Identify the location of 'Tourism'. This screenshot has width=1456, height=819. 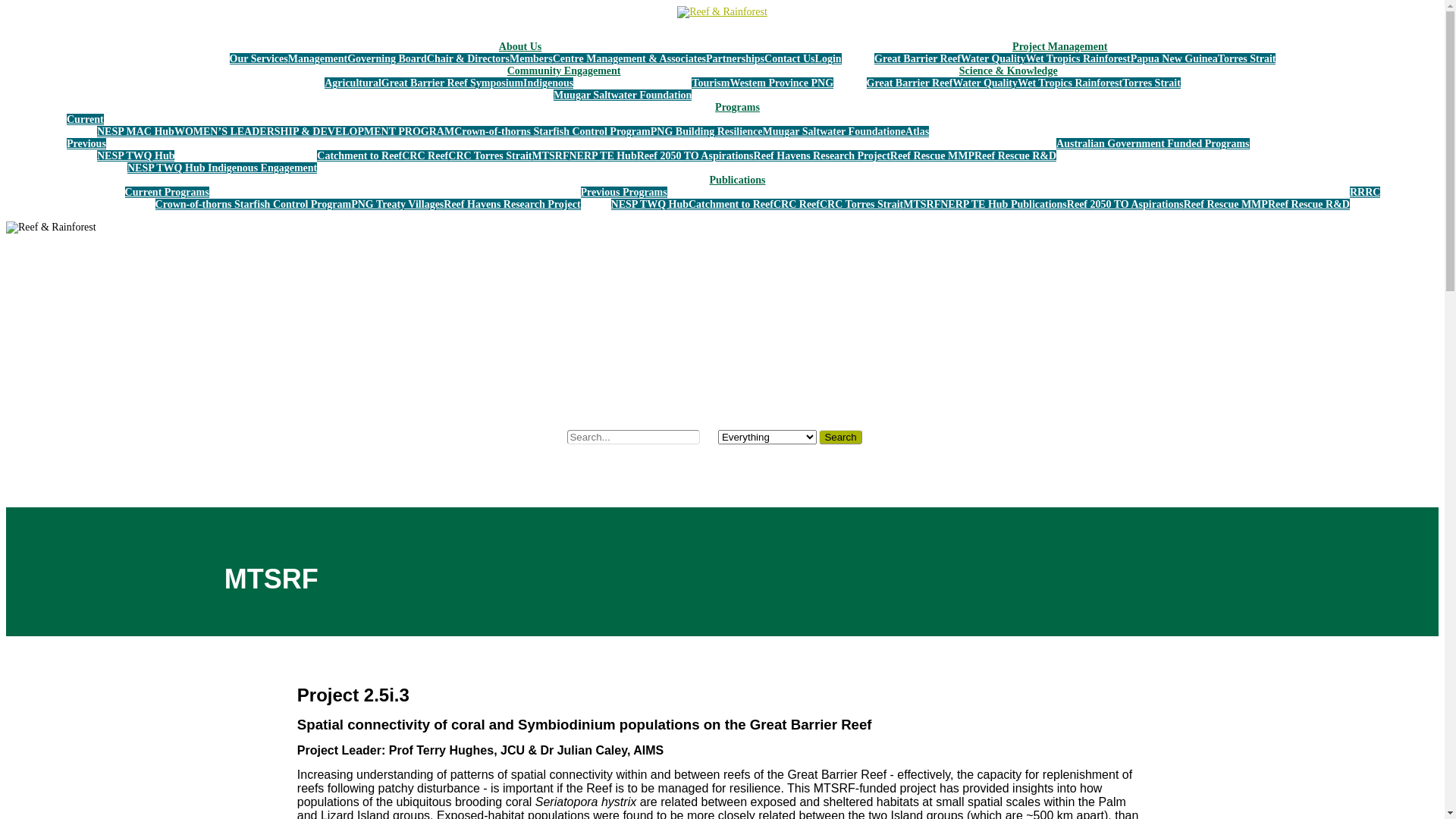
(709, 83).